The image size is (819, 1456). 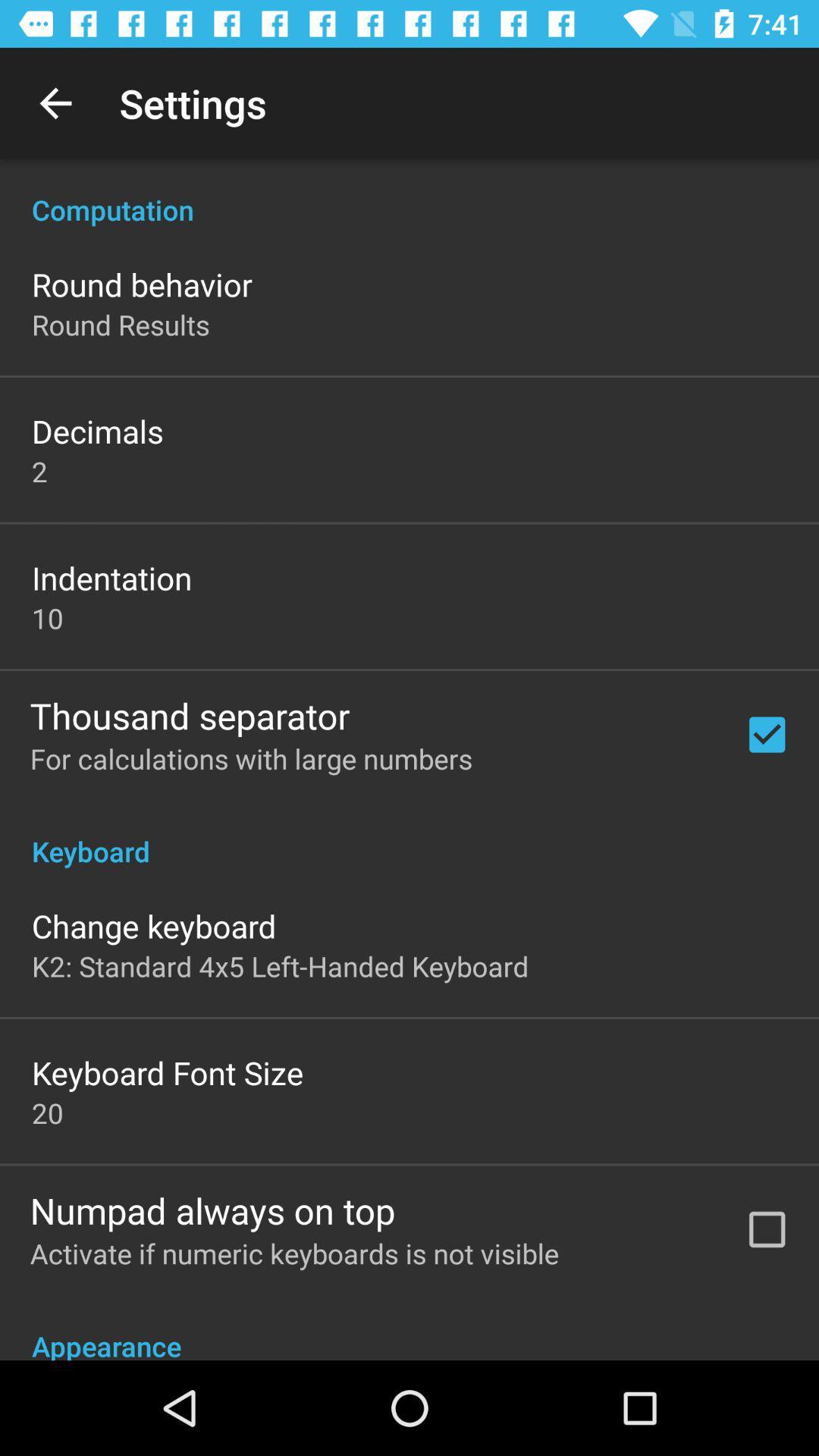 What do you see at coordinates (168, 1072) in the screenshot?
I see `the item above the 20 icon` at bounding box center [168, 1072].